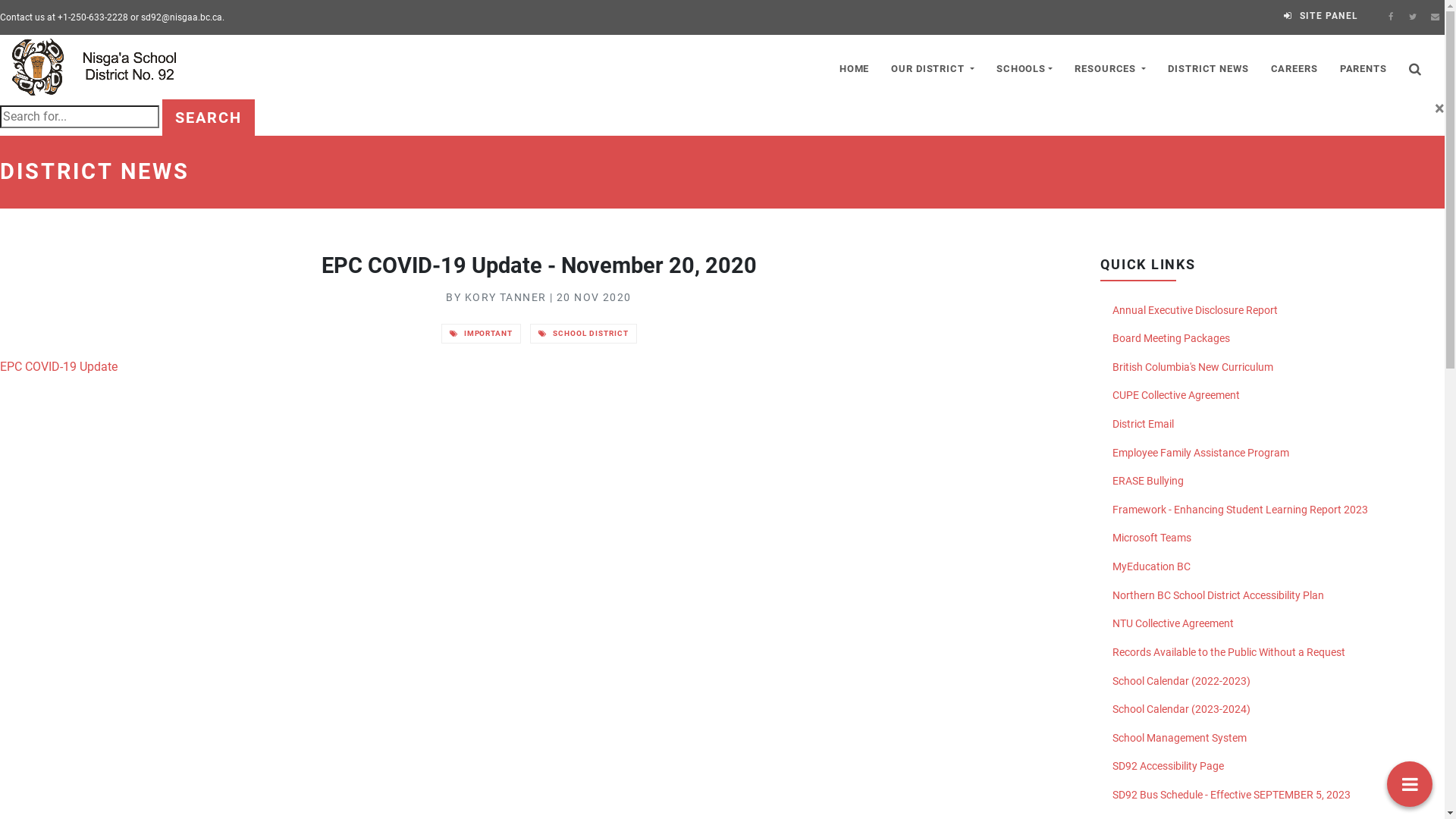 The height and width of the screenshot is (819, 1456). I want to click on 'SITE PANEL', so click(1320, 15).